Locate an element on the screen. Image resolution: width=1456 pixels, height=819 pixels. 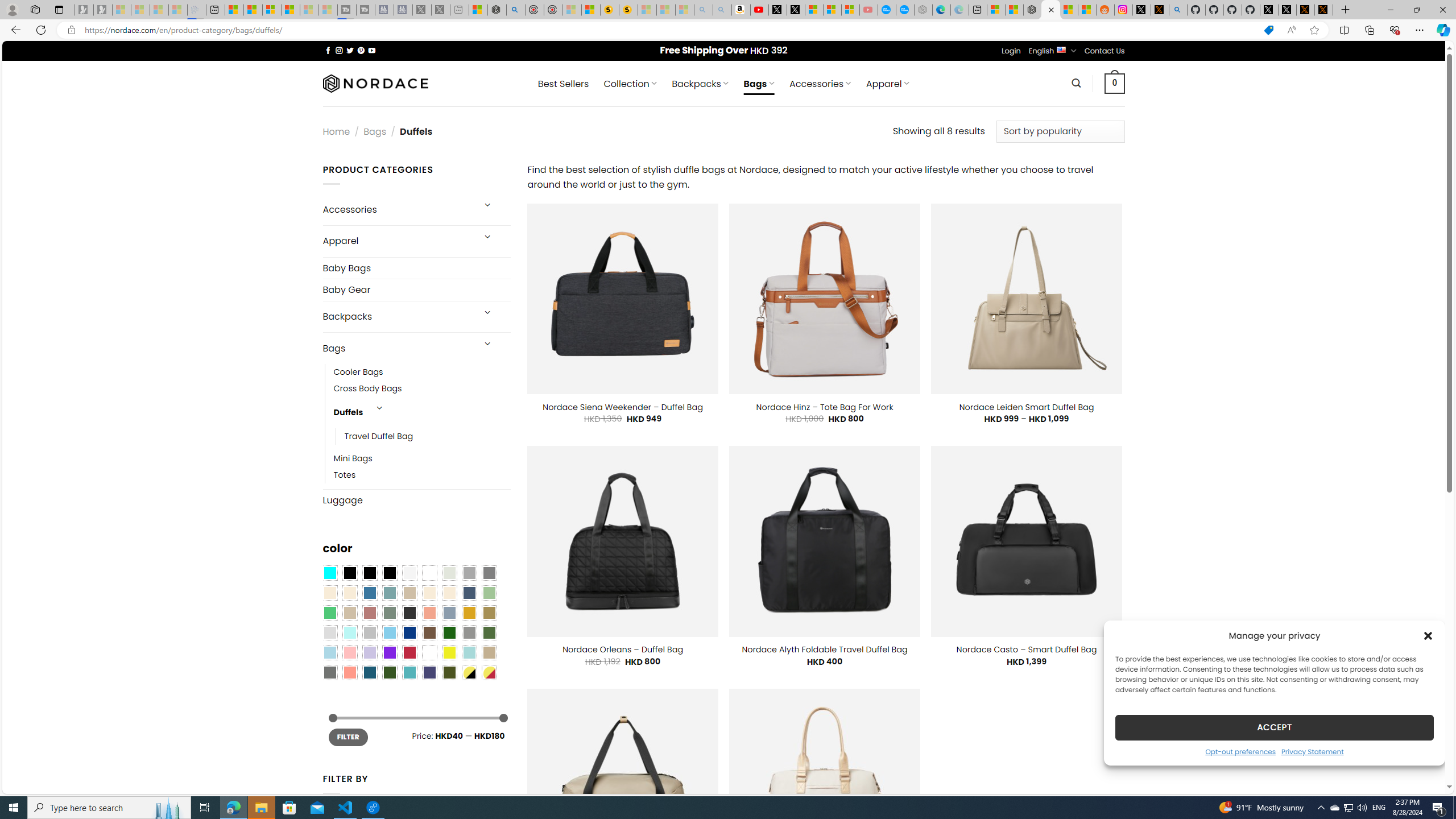
'Shanghai, China Weather trends | Microsoft Weather' is located at coordinates (1087, 9).